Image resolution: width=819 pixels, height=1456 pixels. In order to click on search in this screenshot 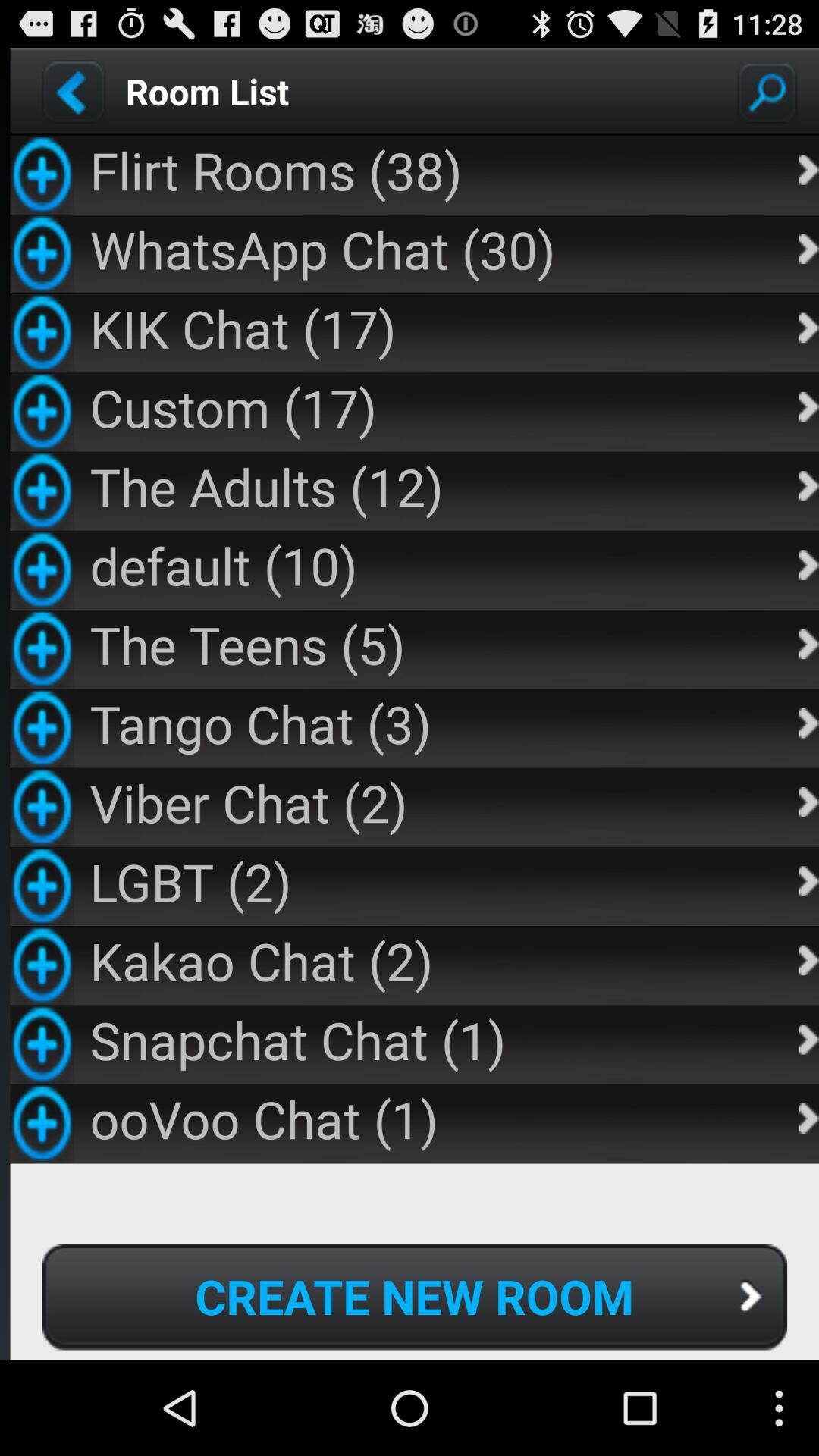, I will do `click(767, 90)`.